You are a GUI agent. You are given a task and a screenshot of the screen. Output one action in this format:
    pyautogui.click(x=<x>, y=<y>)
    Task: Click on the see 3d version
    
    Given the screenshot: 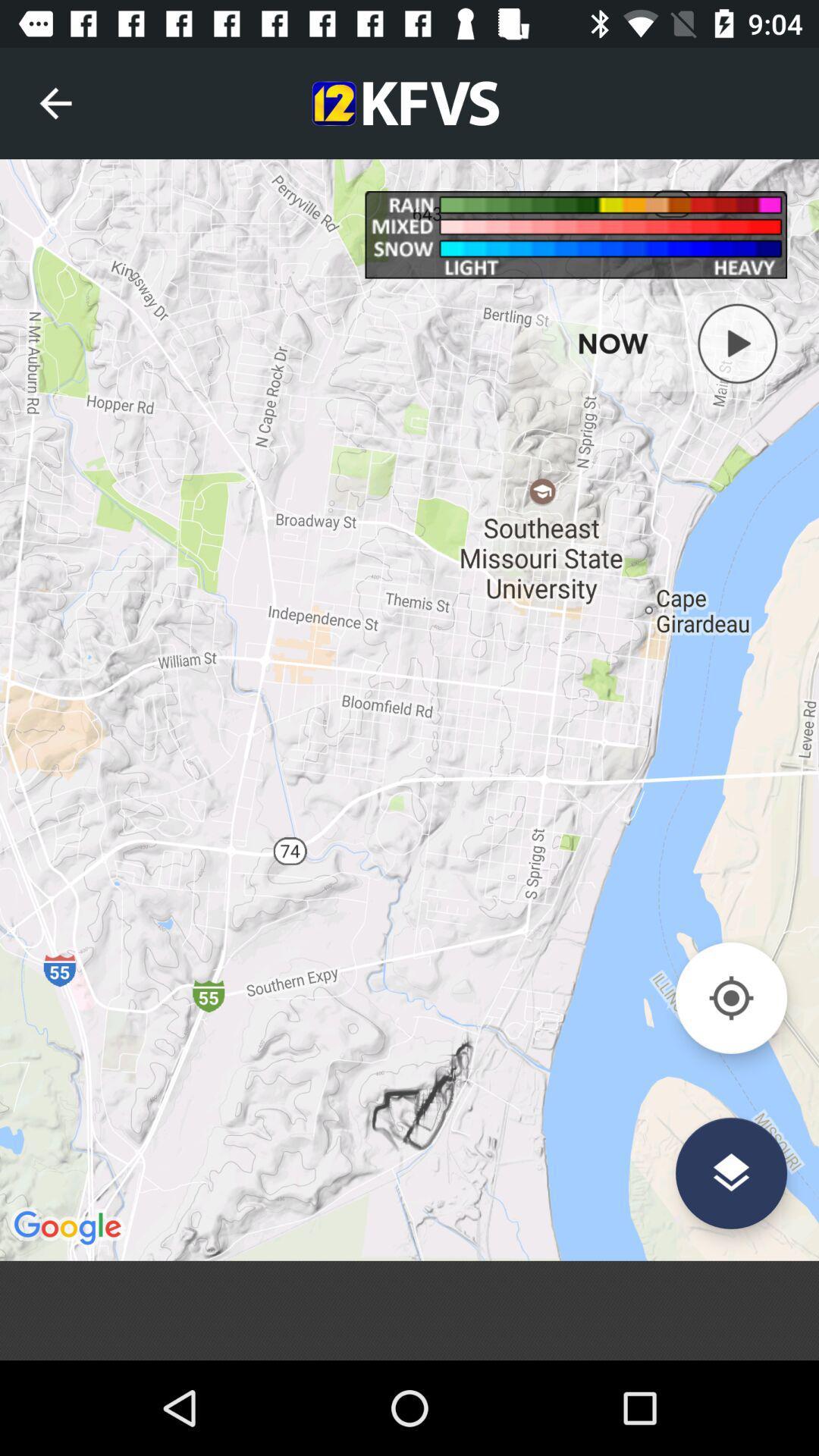 What is the action you would take?
    pyautogui.click(x=730, y=1172)
    